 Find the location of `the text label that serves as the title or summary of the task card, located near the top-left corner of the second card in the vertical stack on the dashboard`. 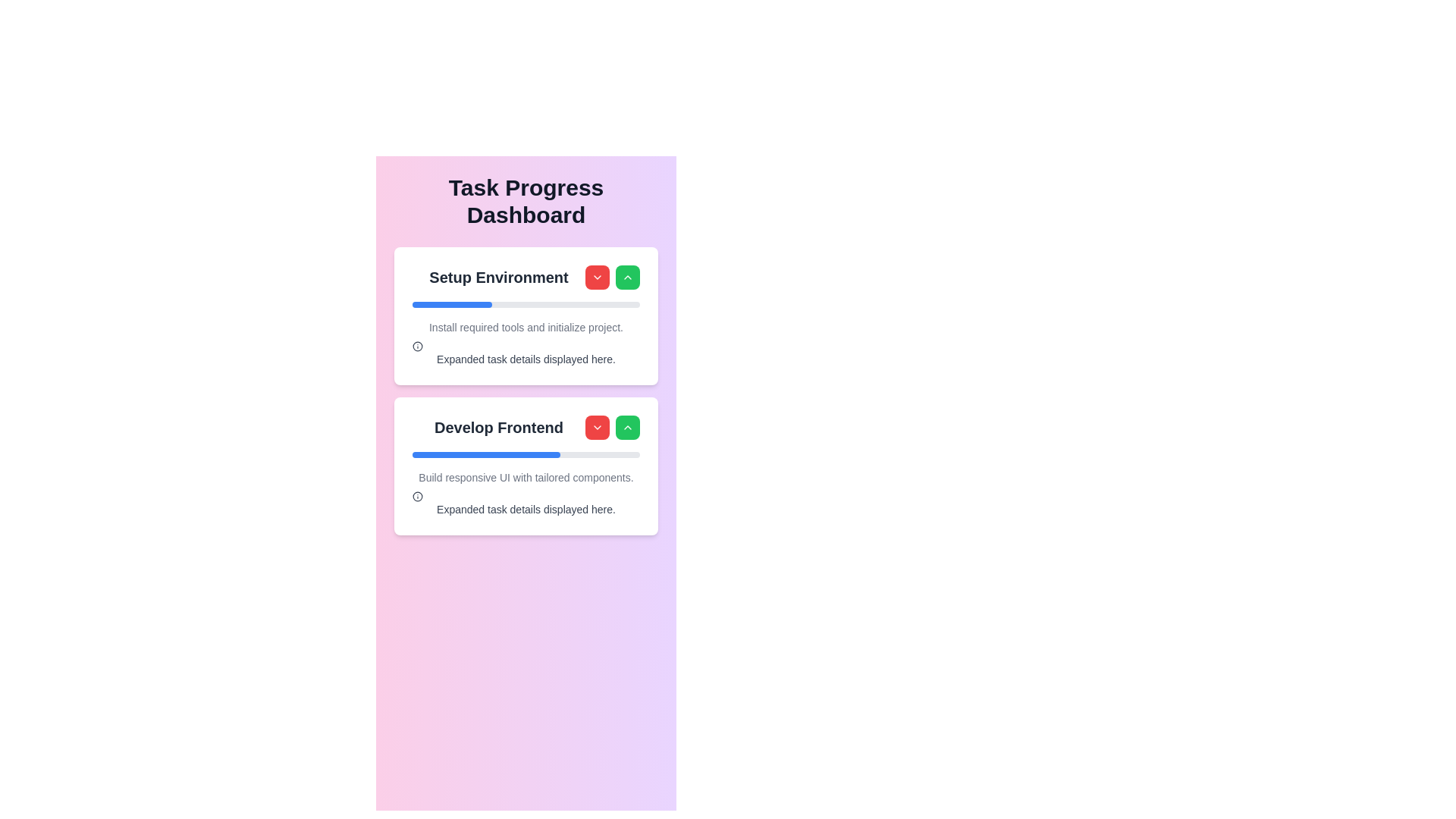

the text label that serves as the title or summary of the task card, located near the top-left corner of the second card in the vertical stack on the dashboard is located at coordinates (526, 427).